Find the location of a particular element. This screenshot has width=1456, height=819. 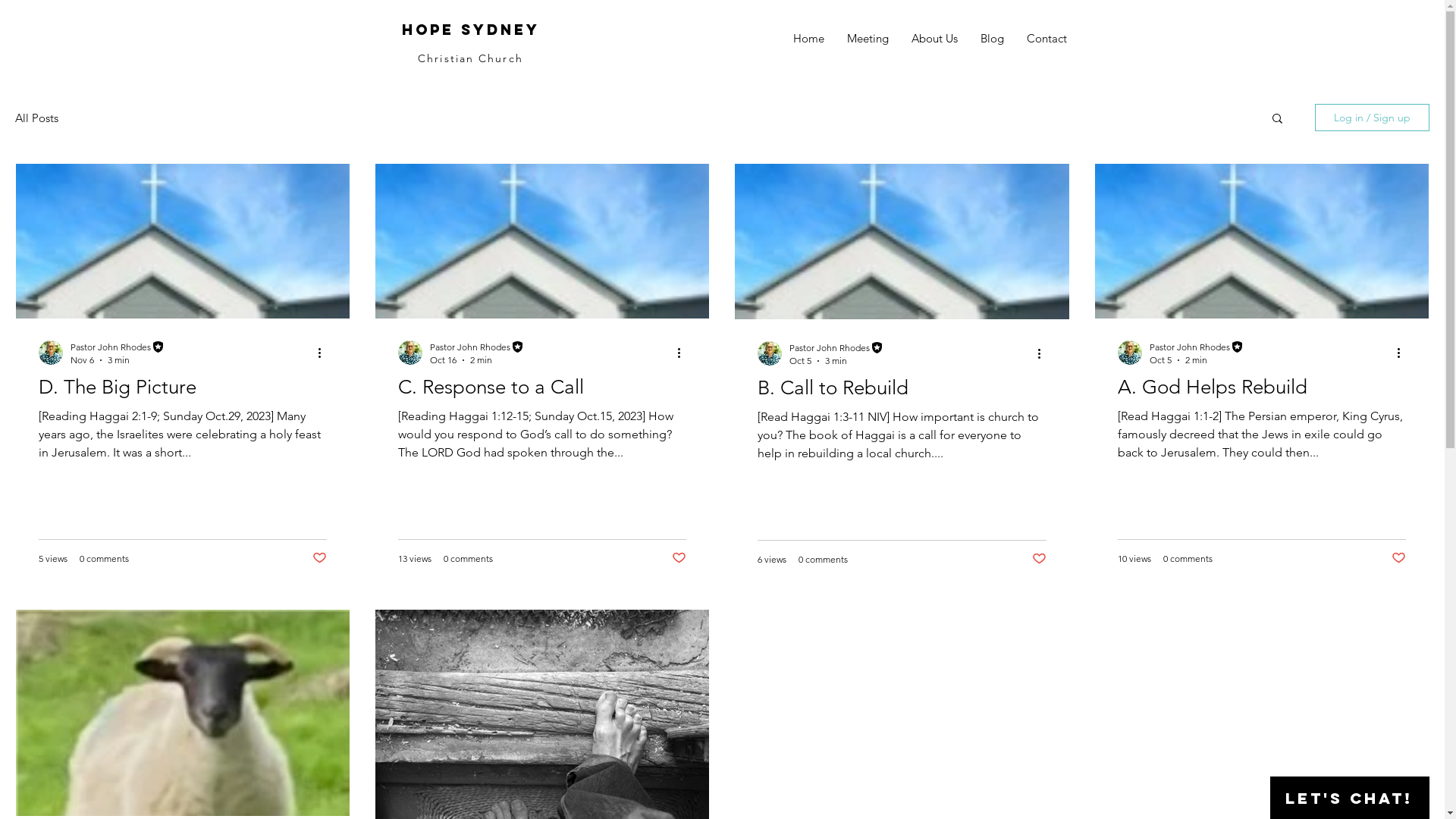

'Contact' is located at coordinates (1015, 37).